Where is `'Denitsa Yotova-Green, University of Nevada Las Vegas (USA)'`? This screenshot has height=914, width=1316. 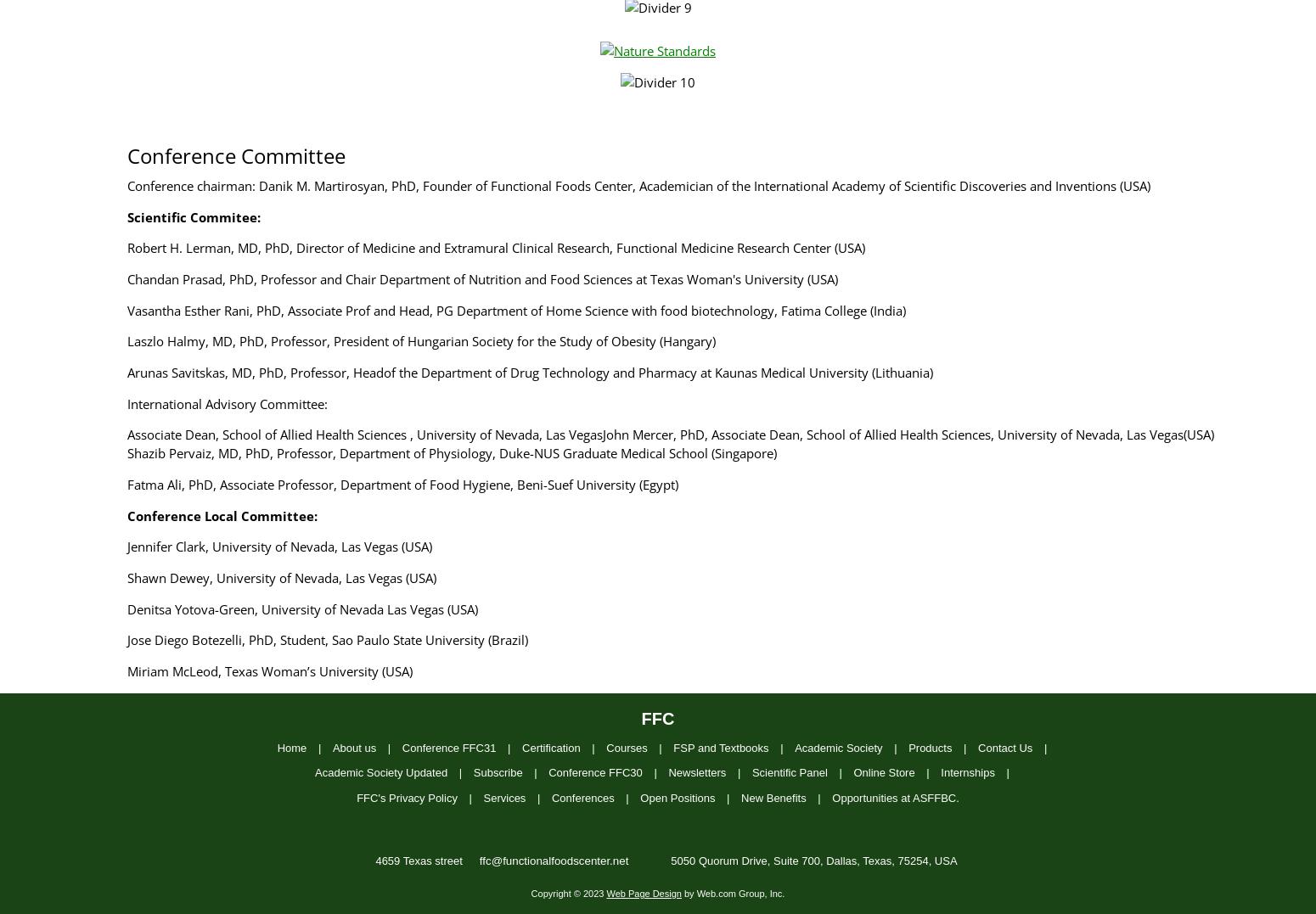 'Denitsa Yotova-Green, University of Nevada Las Vegas (USA)' is located at coordinates (127, 608).